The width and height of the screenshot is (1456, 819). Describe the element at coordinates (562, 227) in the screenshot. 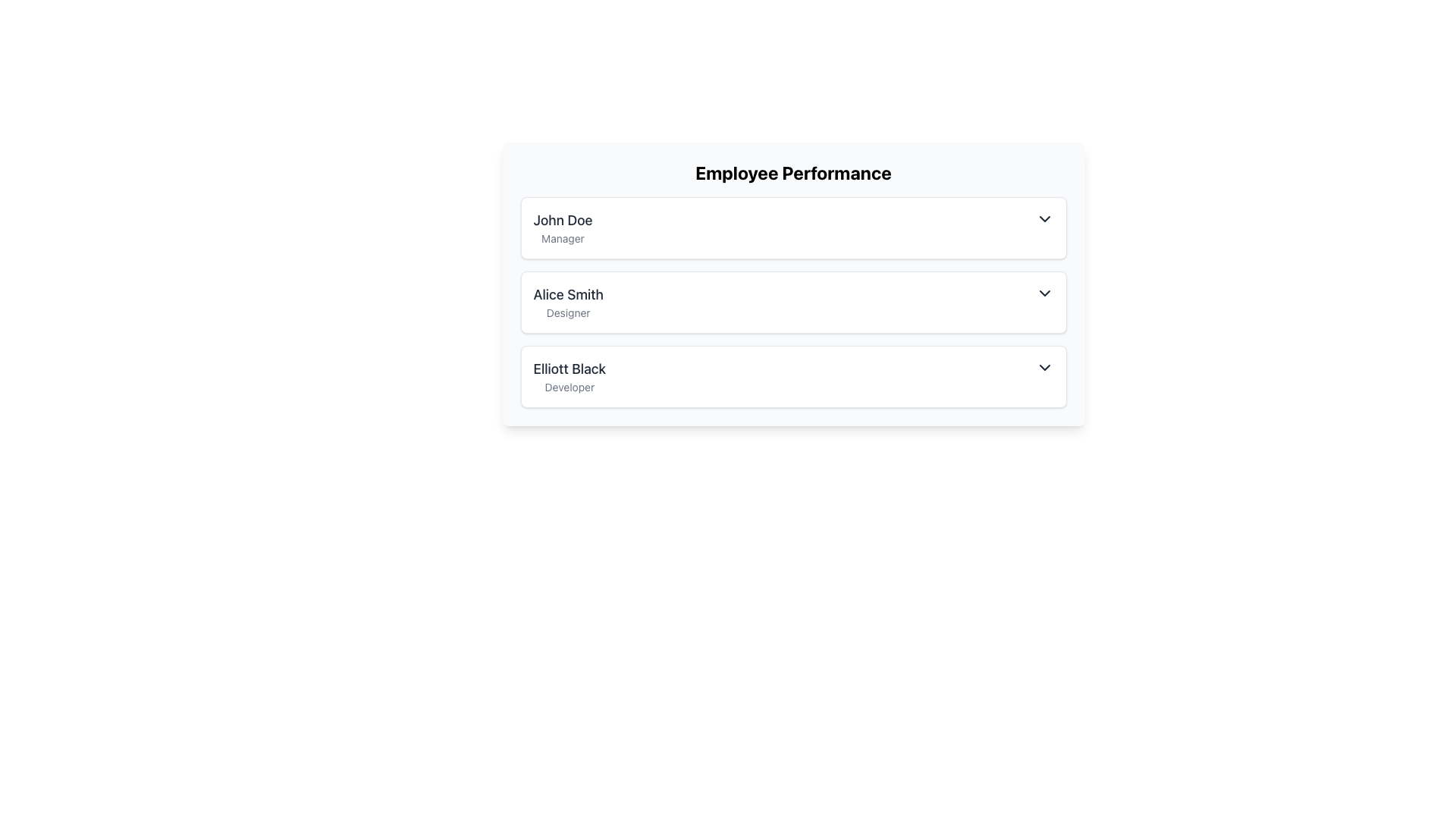

I see `the Text Display element showing 'John Doe - Manager' within the 'Employee Performance' card` at that location.